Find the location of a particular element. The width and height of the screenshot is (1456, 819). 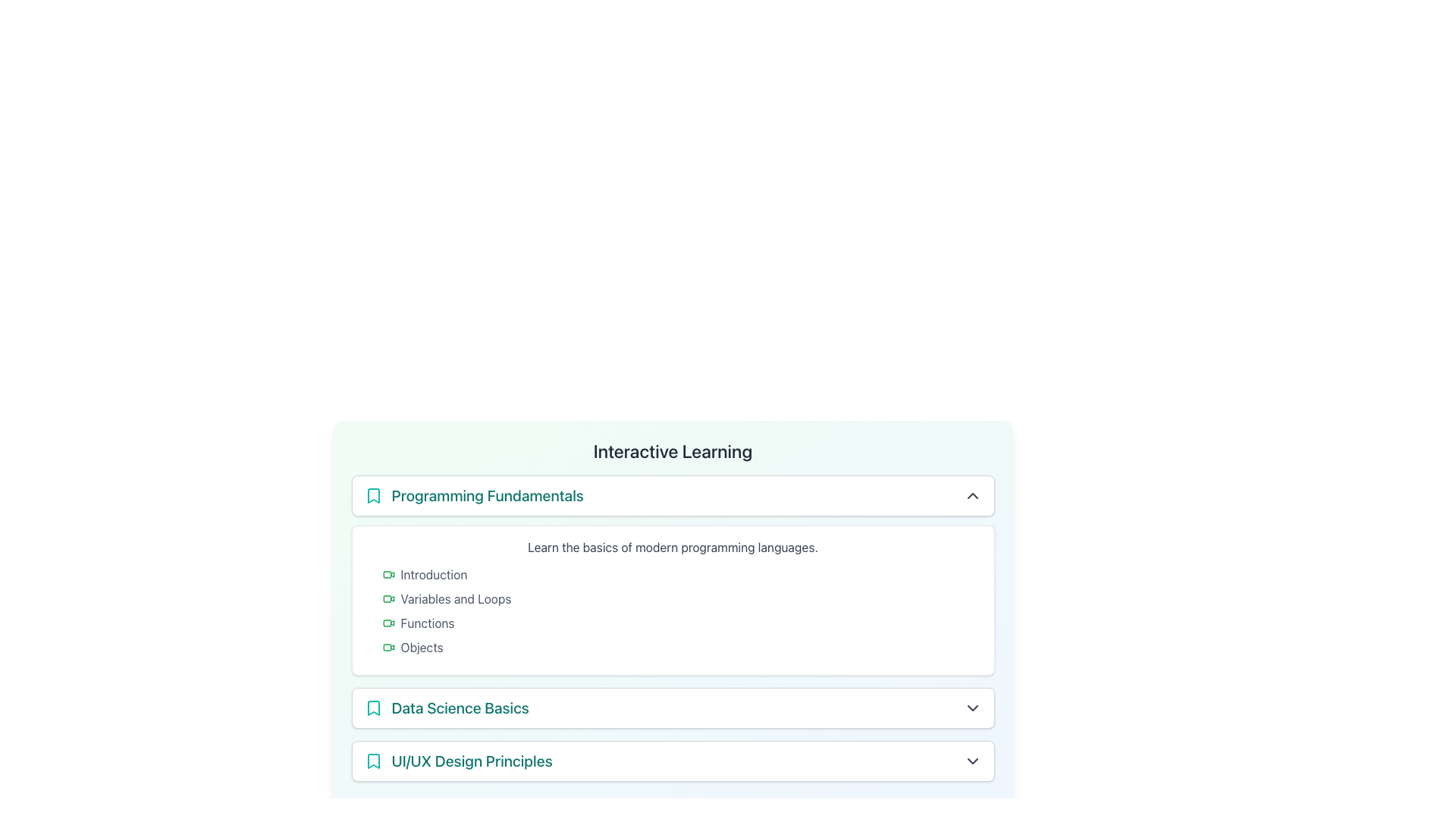

text label titled 'Introduction', which is the first item under 'Programming Fundamentals' and located to the right of a green icon is located at coordinates (433, 575).